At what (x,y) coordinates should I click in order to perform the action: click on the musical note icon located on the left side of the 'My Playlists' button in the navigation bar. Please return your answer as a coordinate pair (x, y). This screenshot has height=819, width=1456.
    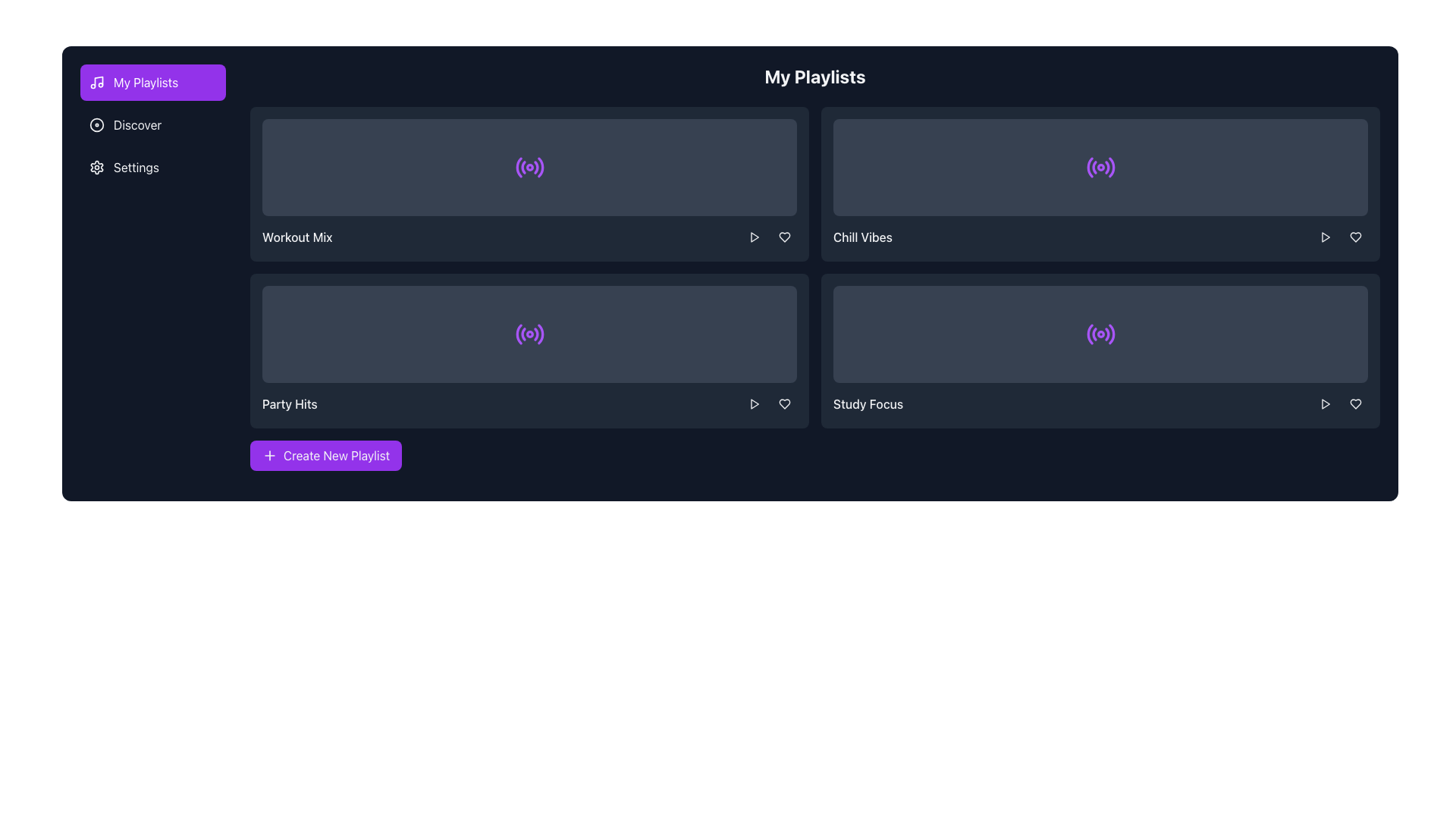
    Looking at the image, I should click on (96, 82).